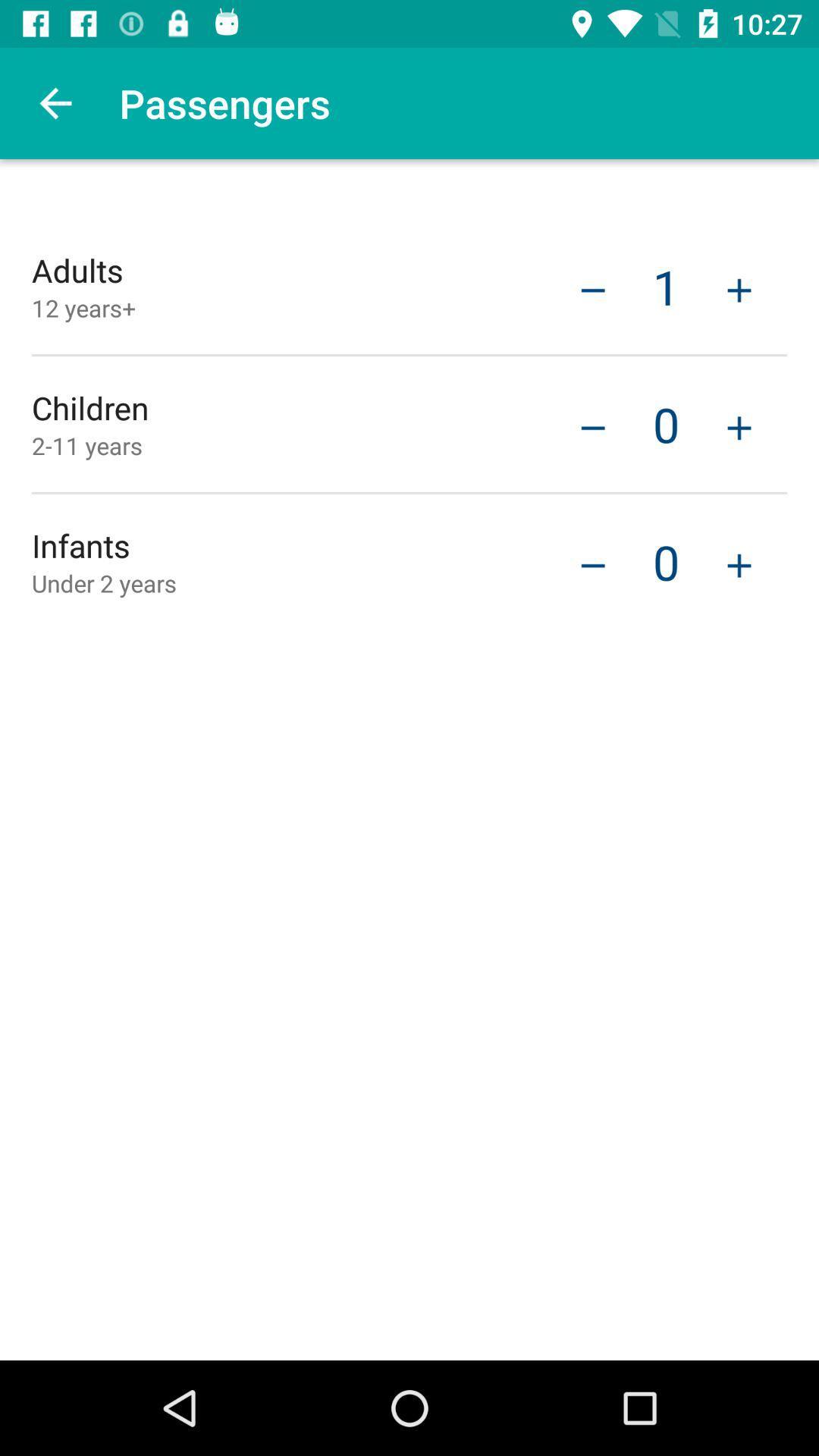  What do you see at coordinates (739, 288) in the screenshot?
I see `adult to total` at bounding box center [739, 288].